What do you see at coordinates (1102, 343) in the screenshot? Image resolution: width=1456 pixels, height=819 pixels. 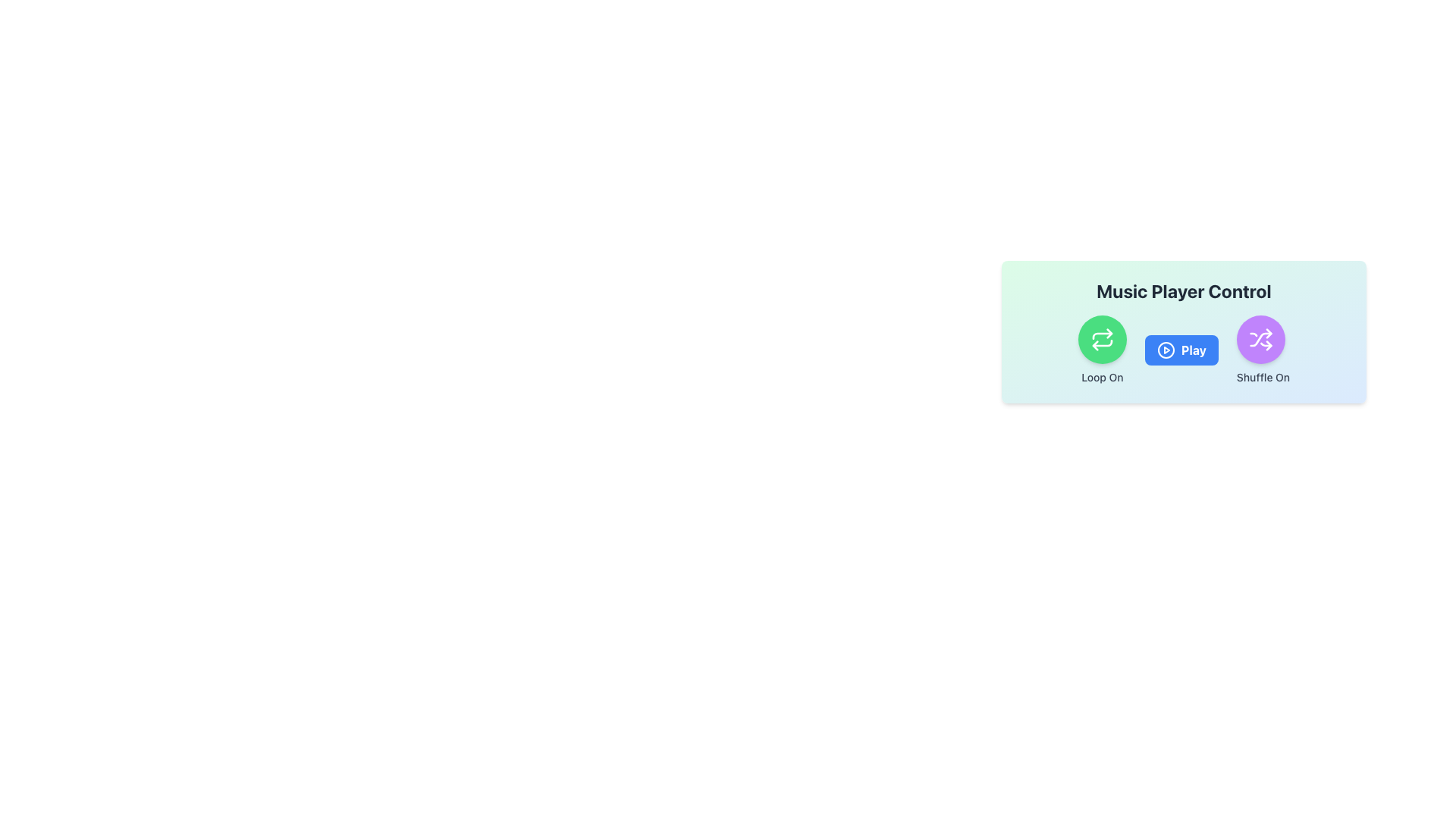 I see `the curved line segment of the 'repeat' or 'loop' icon located in the music player control panel on the left side of the three-icon arrangement` at bounding box center [1102, 343].